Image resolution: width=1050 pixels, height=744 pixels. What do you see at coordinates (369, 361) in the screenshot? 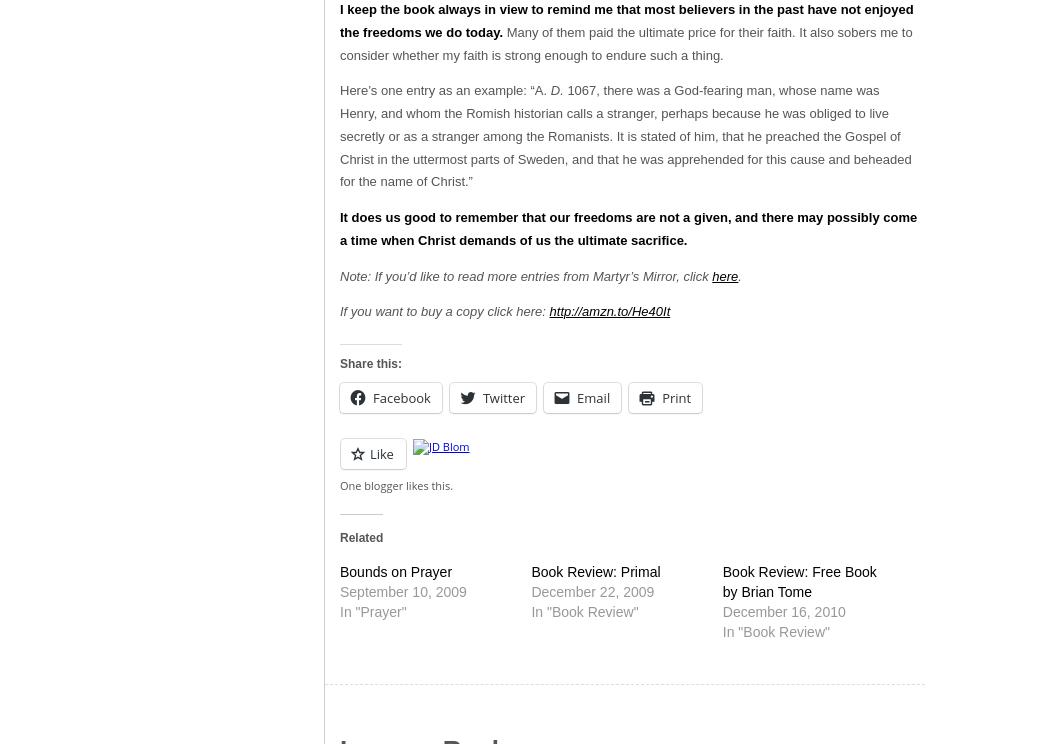
I see `'Share this:'` at bounding box center [369, 361].